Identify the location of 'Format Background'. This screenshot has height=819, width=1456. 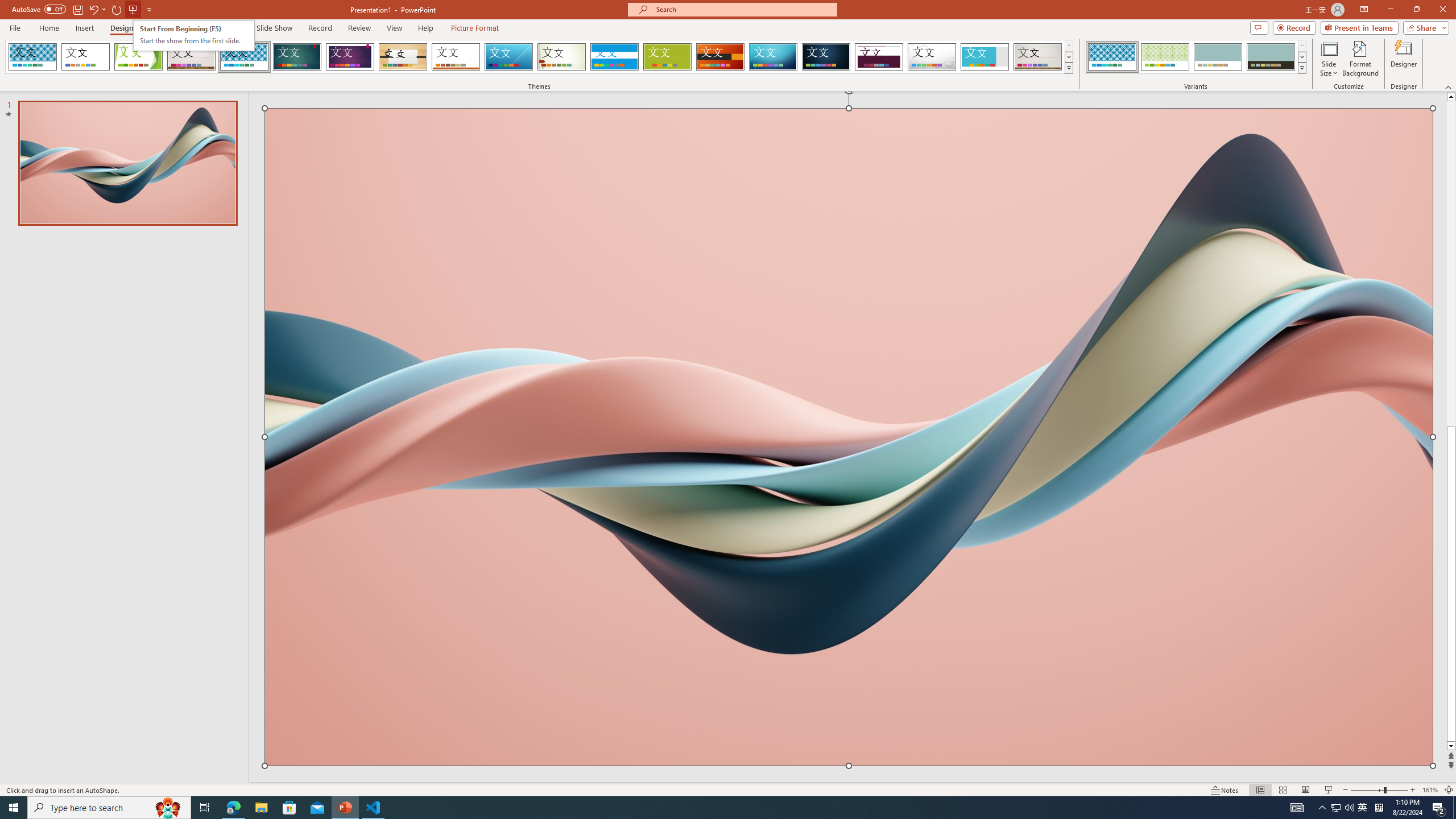
(1360, 59).